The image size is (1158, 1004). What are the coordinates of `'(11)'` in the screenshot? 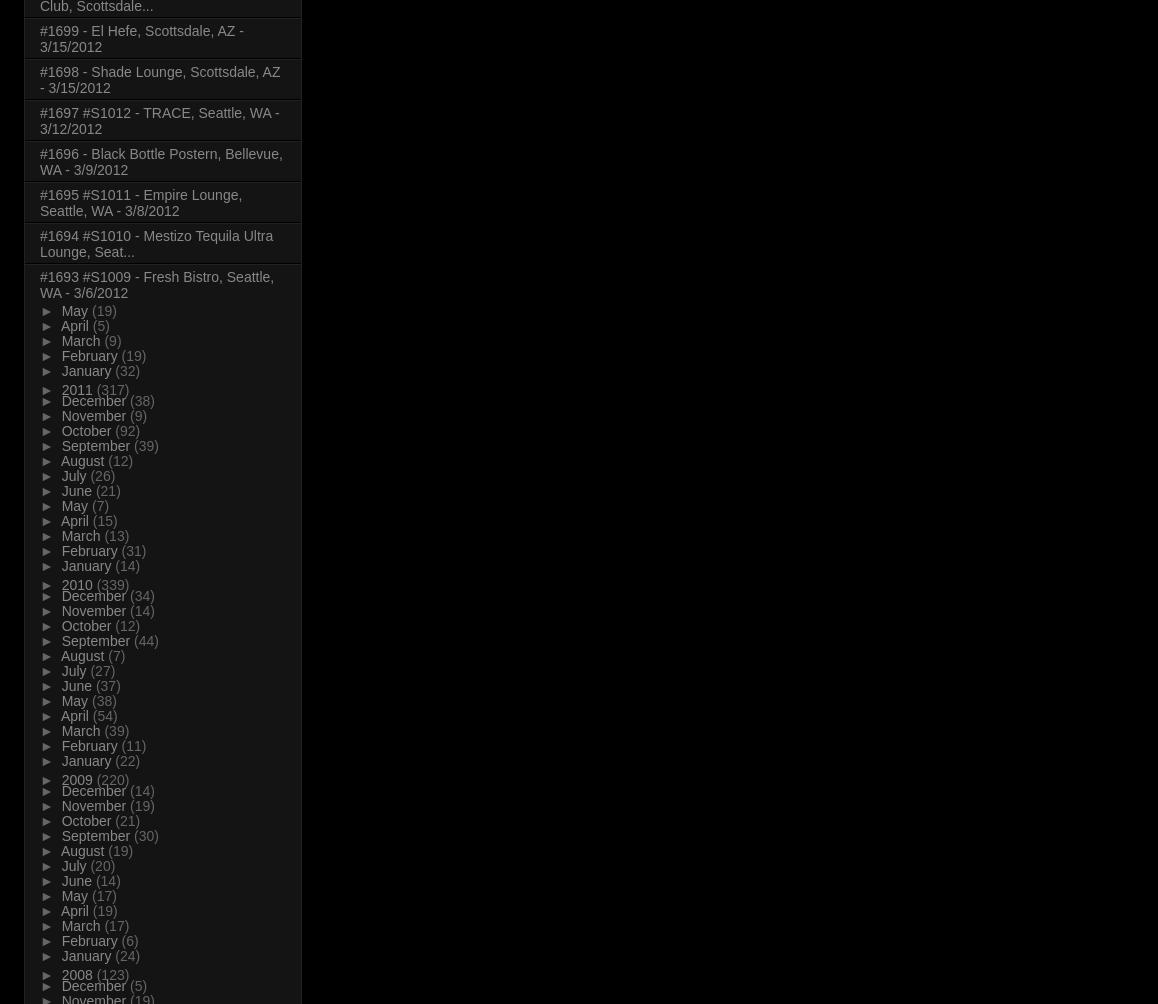 It's located at (132, 744).